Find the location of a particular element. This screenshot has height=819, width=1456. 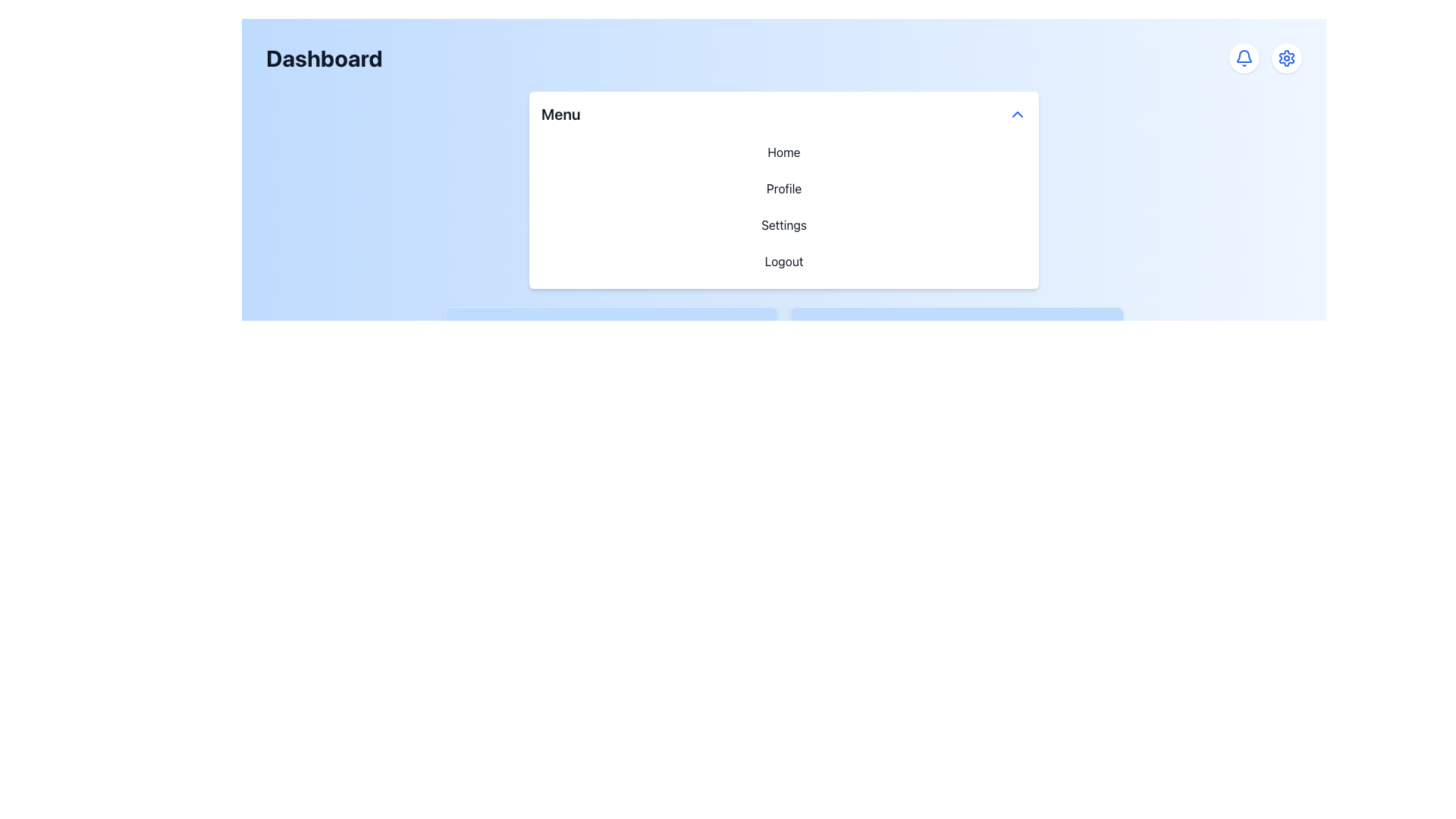

the settings icon, which is a blue outlined cog within a circular white button located at the top-right corner of the interface is located at coordinates (1286, 58).